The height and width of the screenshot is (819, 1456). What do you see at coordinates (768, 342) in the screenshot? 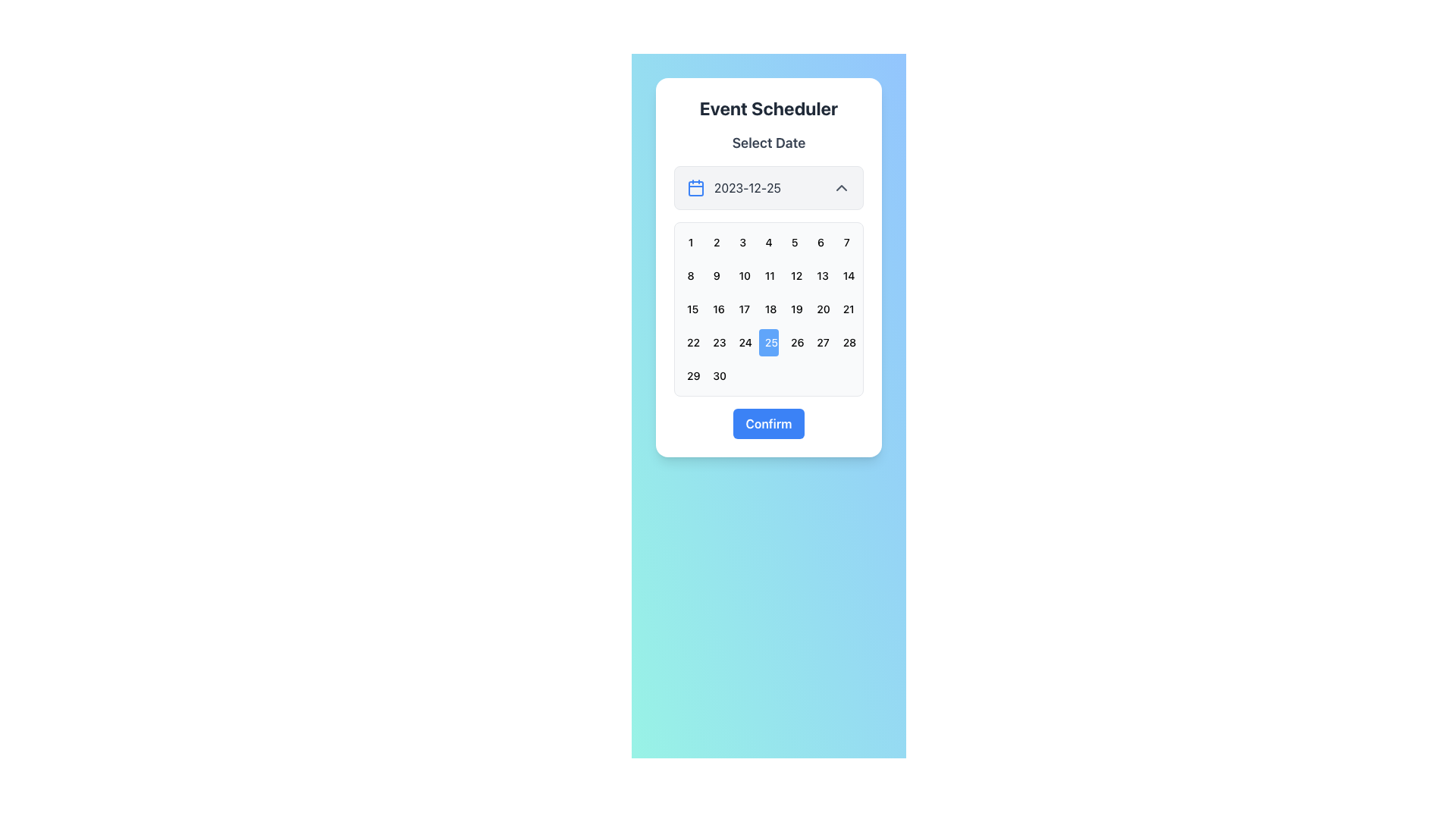
I see `the blue rectangular button with rounded corners displaying '25'` at bounding box center [768, 342].